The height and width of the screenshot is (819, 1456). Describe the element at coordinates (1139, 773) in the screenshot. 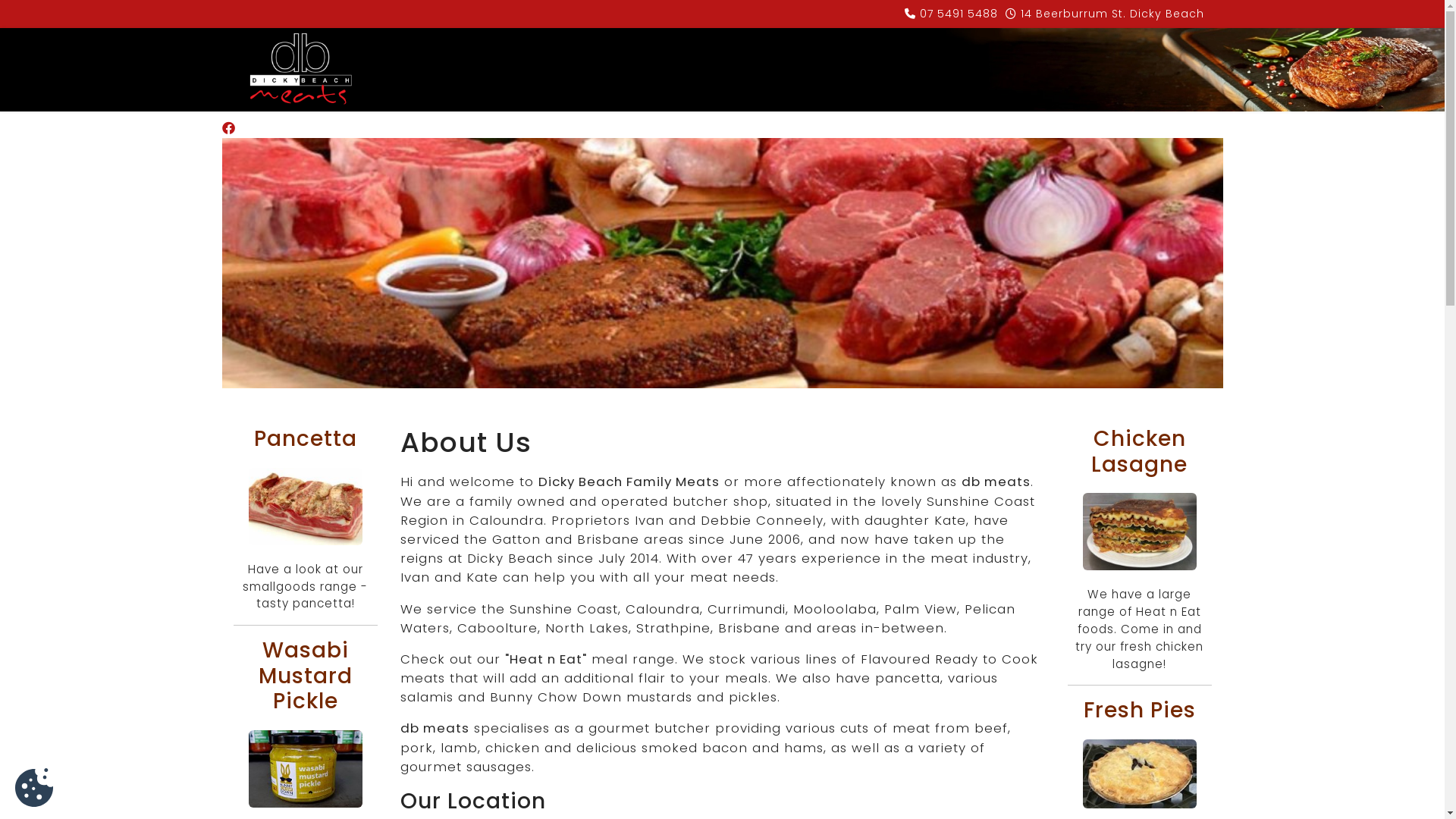

I see `'fresh pies'` at that location.